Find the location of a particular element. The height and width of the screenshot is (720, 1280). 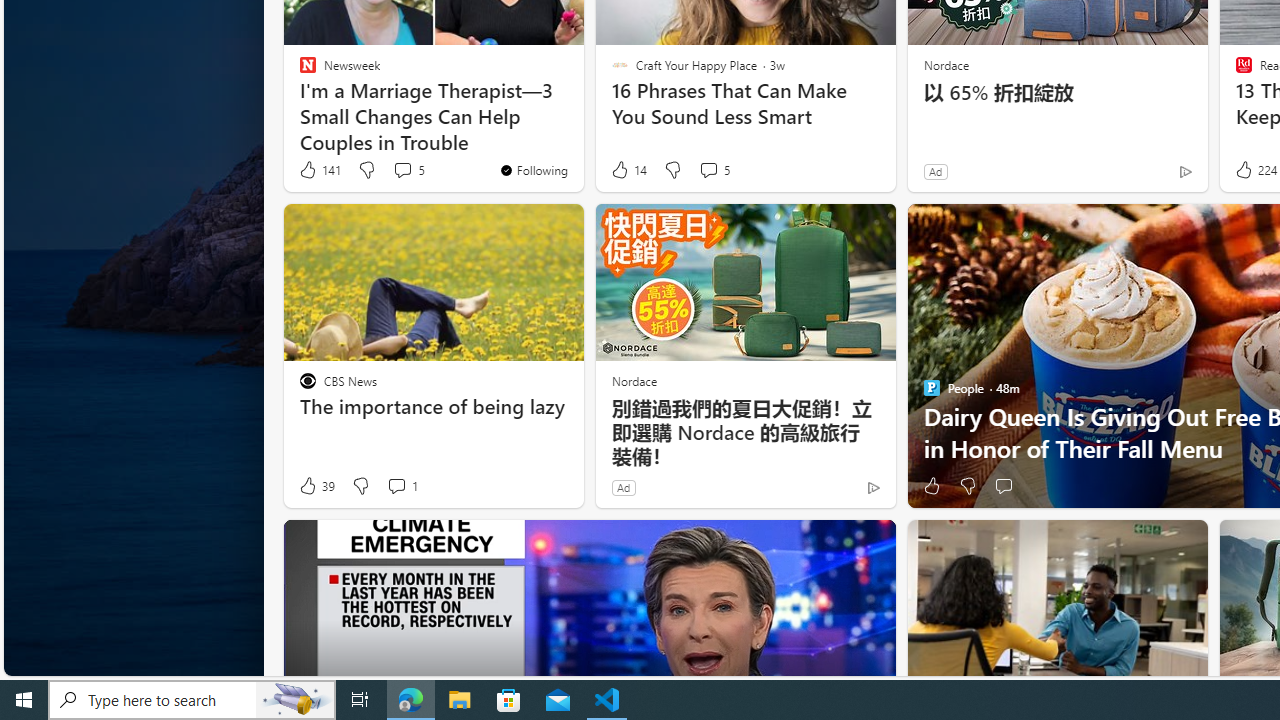

'14 Like' is located at coordinates (627, 169).